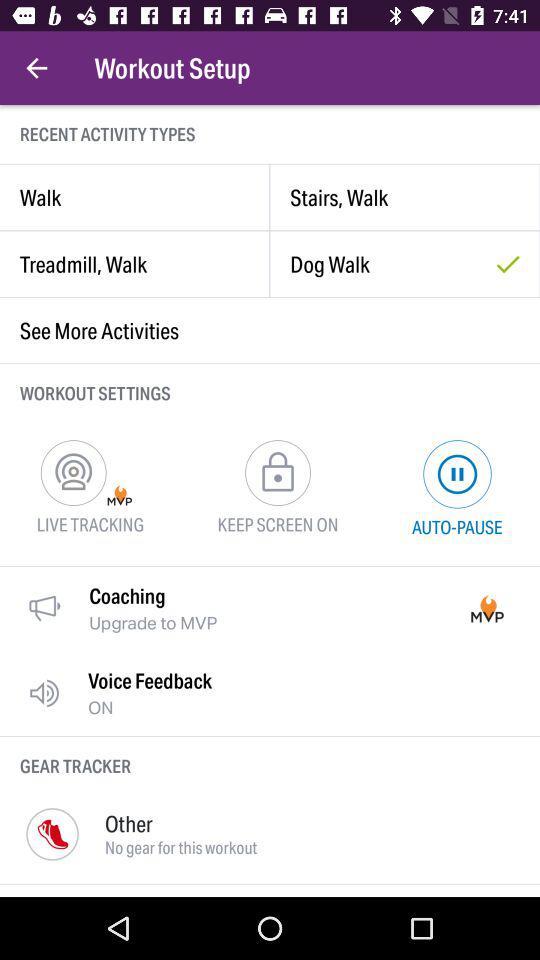 Image resolution: width=540 pixels, height=960 pixels. I want to click on the icon above the text live tracking, so click(72, 472).